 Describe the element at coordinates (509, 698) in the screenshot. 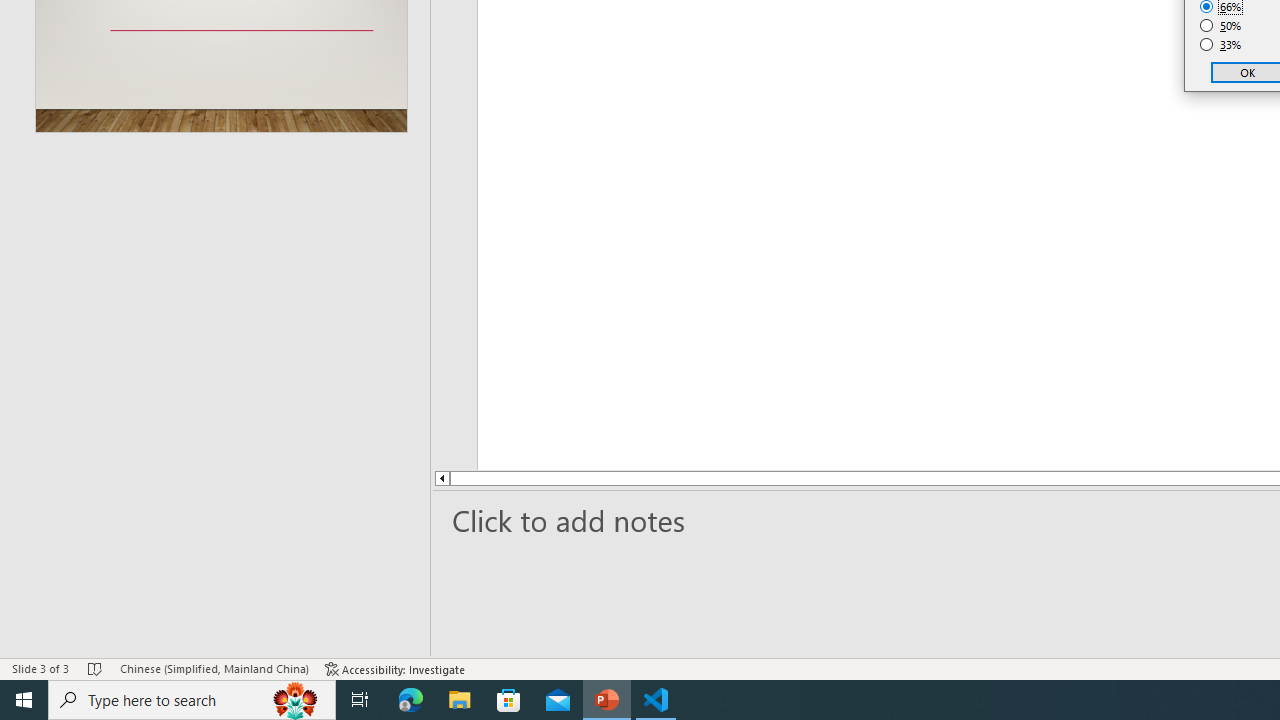

I see `'Microsoft Store'` at that location.